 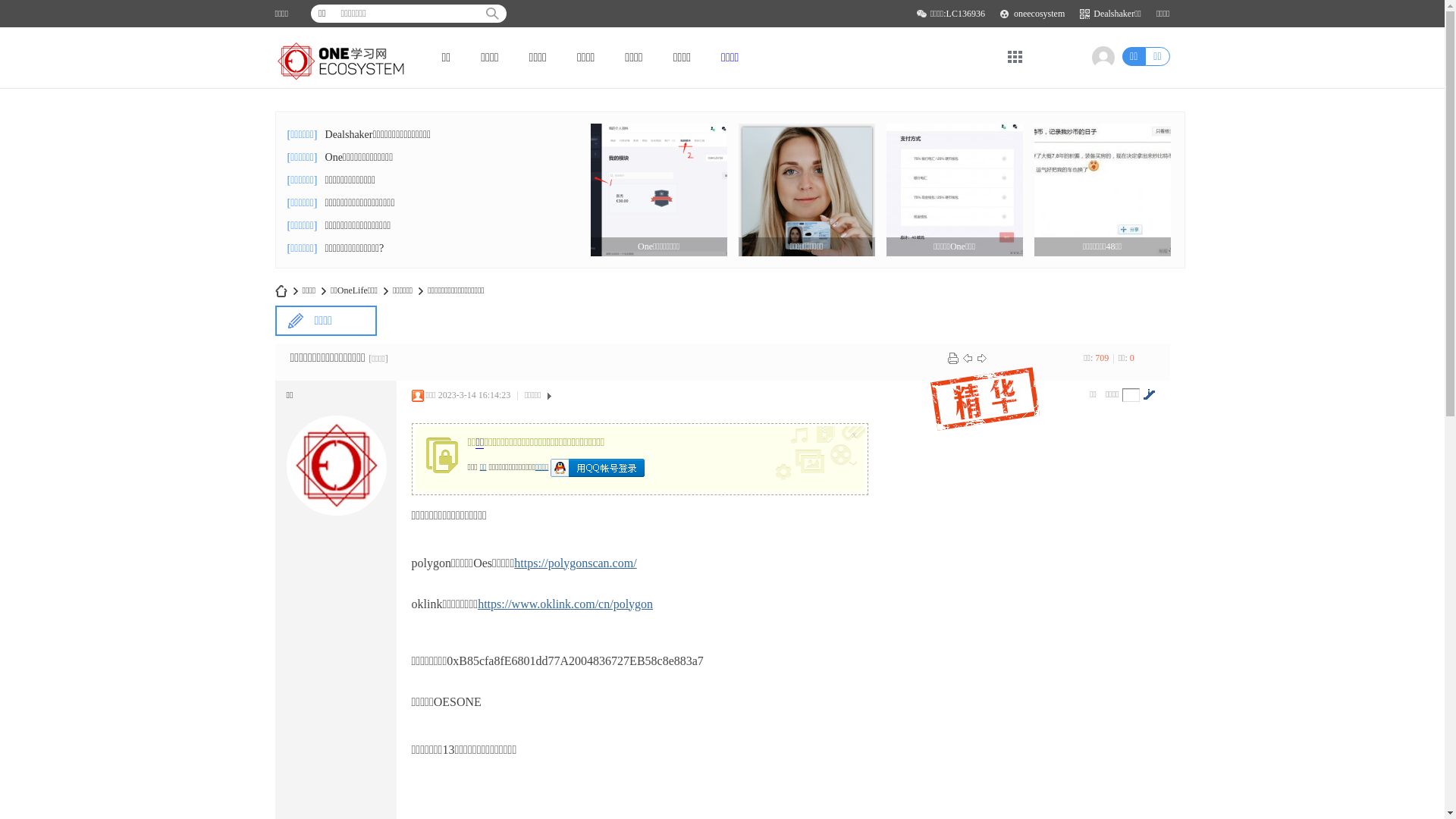 I want to click on 'oneecosystem', so click(x=1038, y=14).